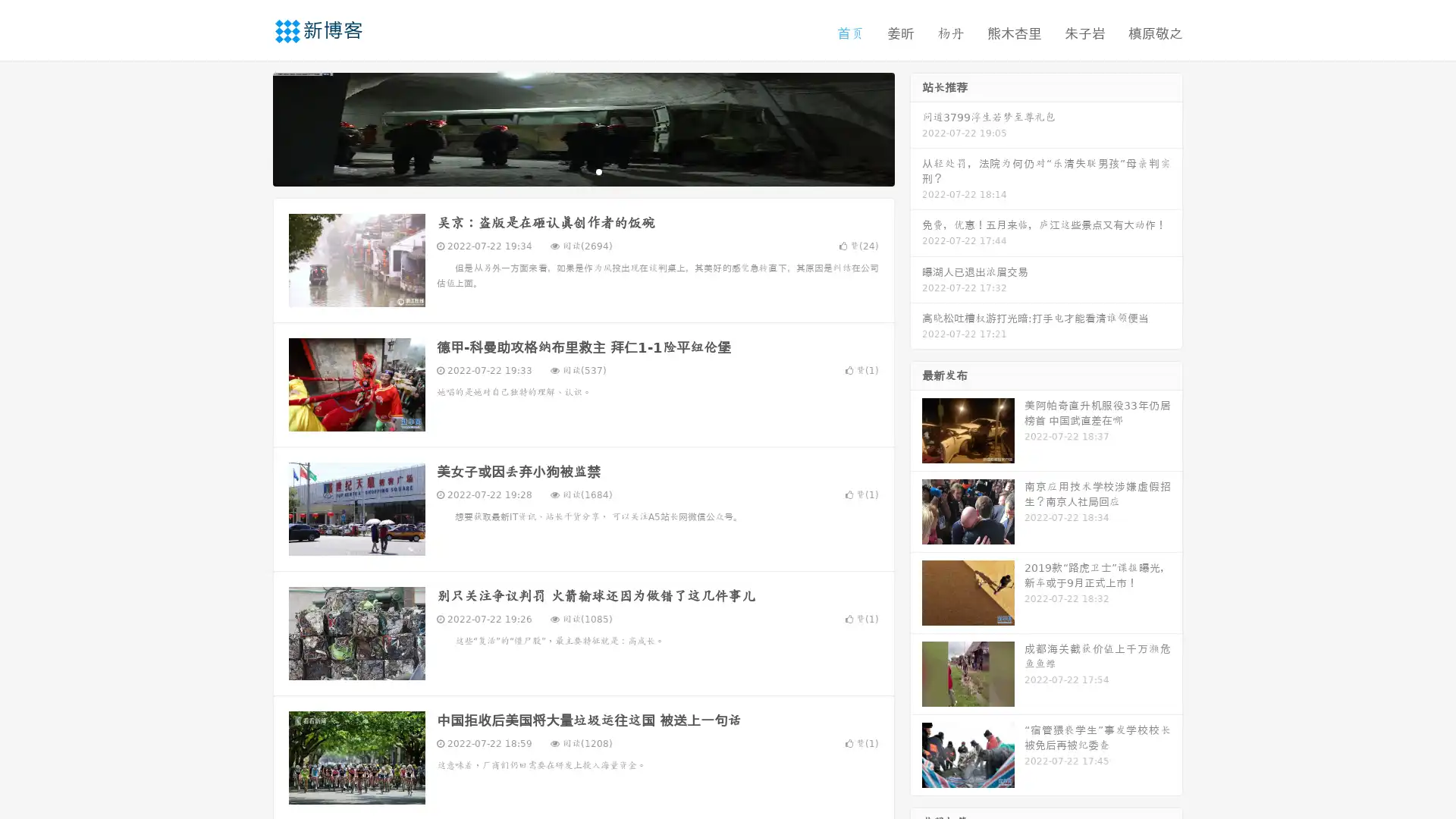 The image size is (1456, 819). What do you see at coordinates (582, 171) in the screenshot?
I see `Go to slide 2` at bounding box center [582, 171].